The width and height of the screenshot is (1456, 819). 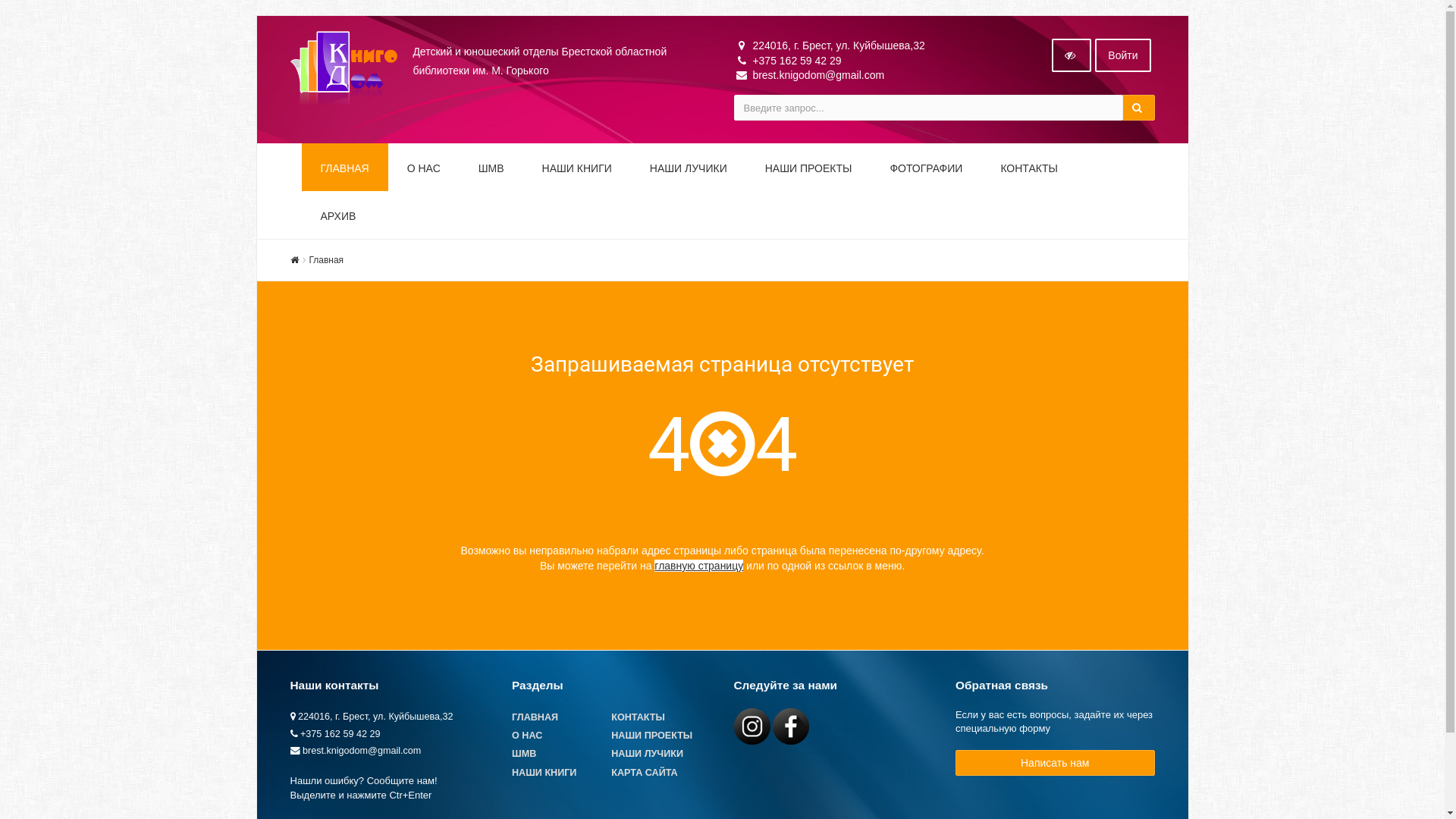 What do you see at coordinates (752, 725) in the screenshot?
I see `'Instagram'` at bounding box center [752, 725].